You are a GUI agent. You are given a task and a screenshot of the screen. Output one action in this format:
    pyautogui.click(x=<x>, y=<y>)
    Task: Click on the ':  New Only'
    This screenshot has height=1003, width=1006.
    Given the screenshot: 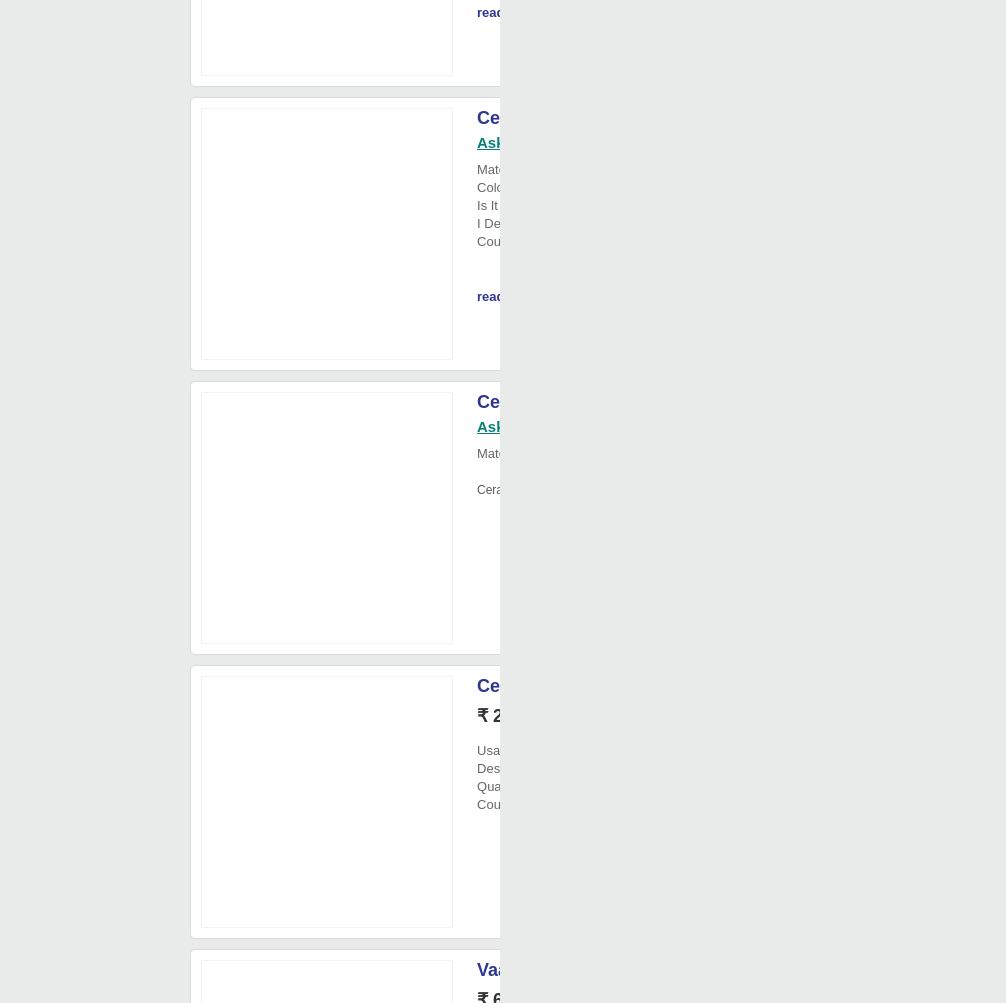 What is the action you would take?
    pyautogui.click(x=557, y=223)
    